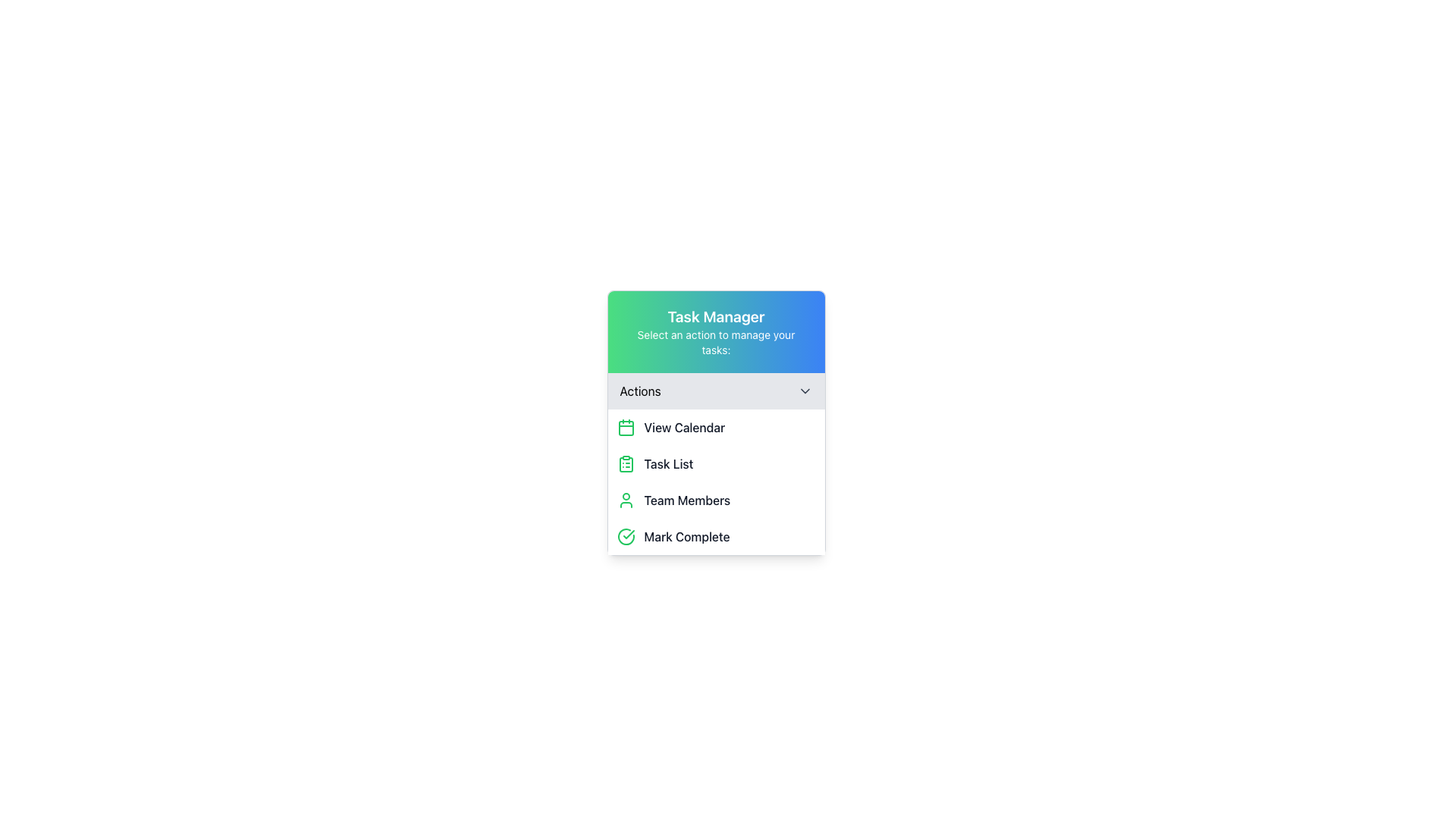 Image resolution: width=1456 pixels, height=819 pixels. Describe the element at coordinates (626, 500) in the screenshot. I see `the 'Team Members' icon located to the left of the 'Team Members' label in the Team Members section` at that location.